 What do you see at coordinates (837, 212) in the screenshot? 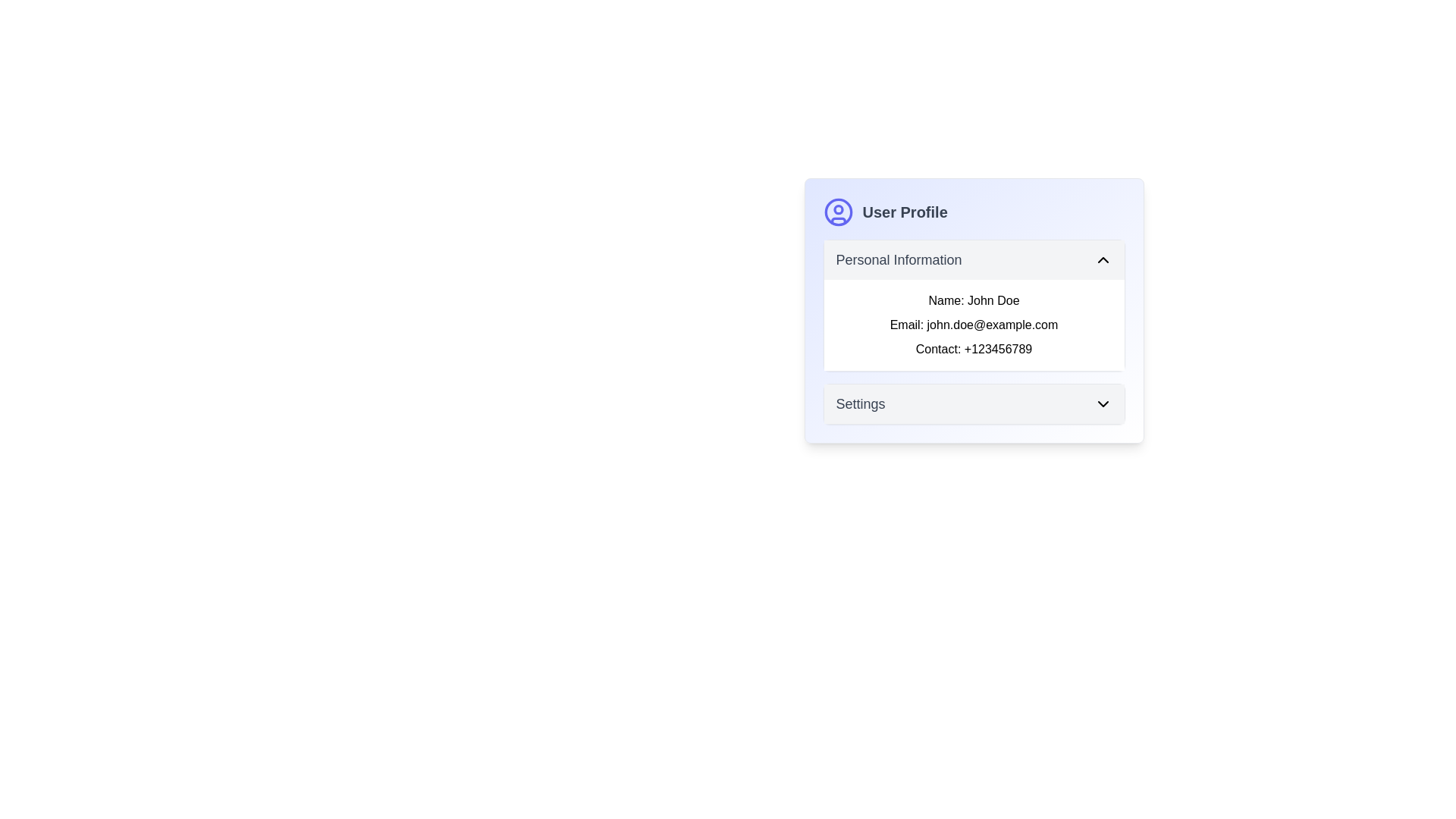
I see `the circular user profile icon with a blue or indigo hue, located at the top-left corner of the user profile card, next to the text 'User Profile'` at bounding box center [837, 212].